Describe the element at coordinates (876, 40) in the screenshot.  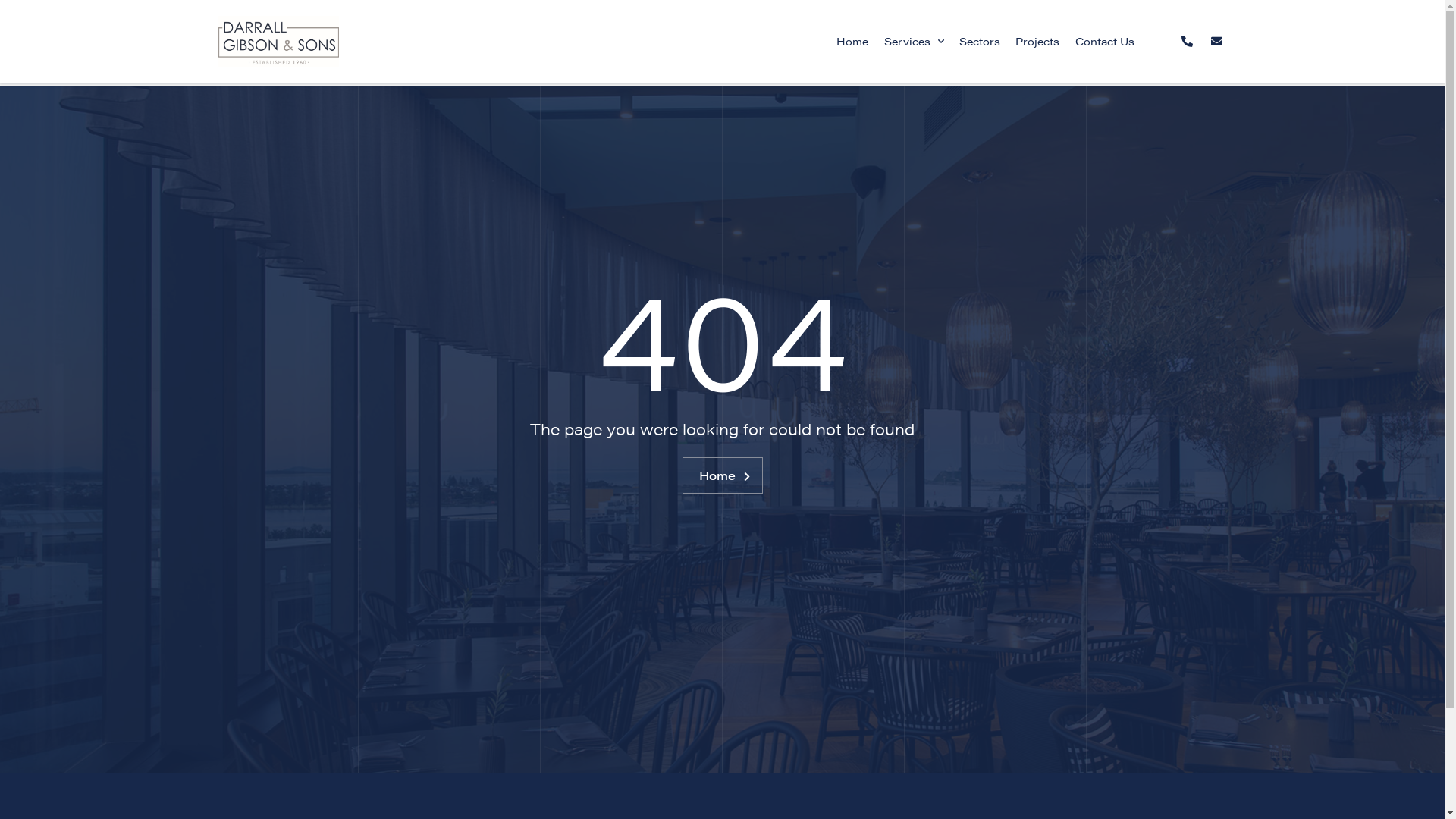
I see `'Services'` at that location.